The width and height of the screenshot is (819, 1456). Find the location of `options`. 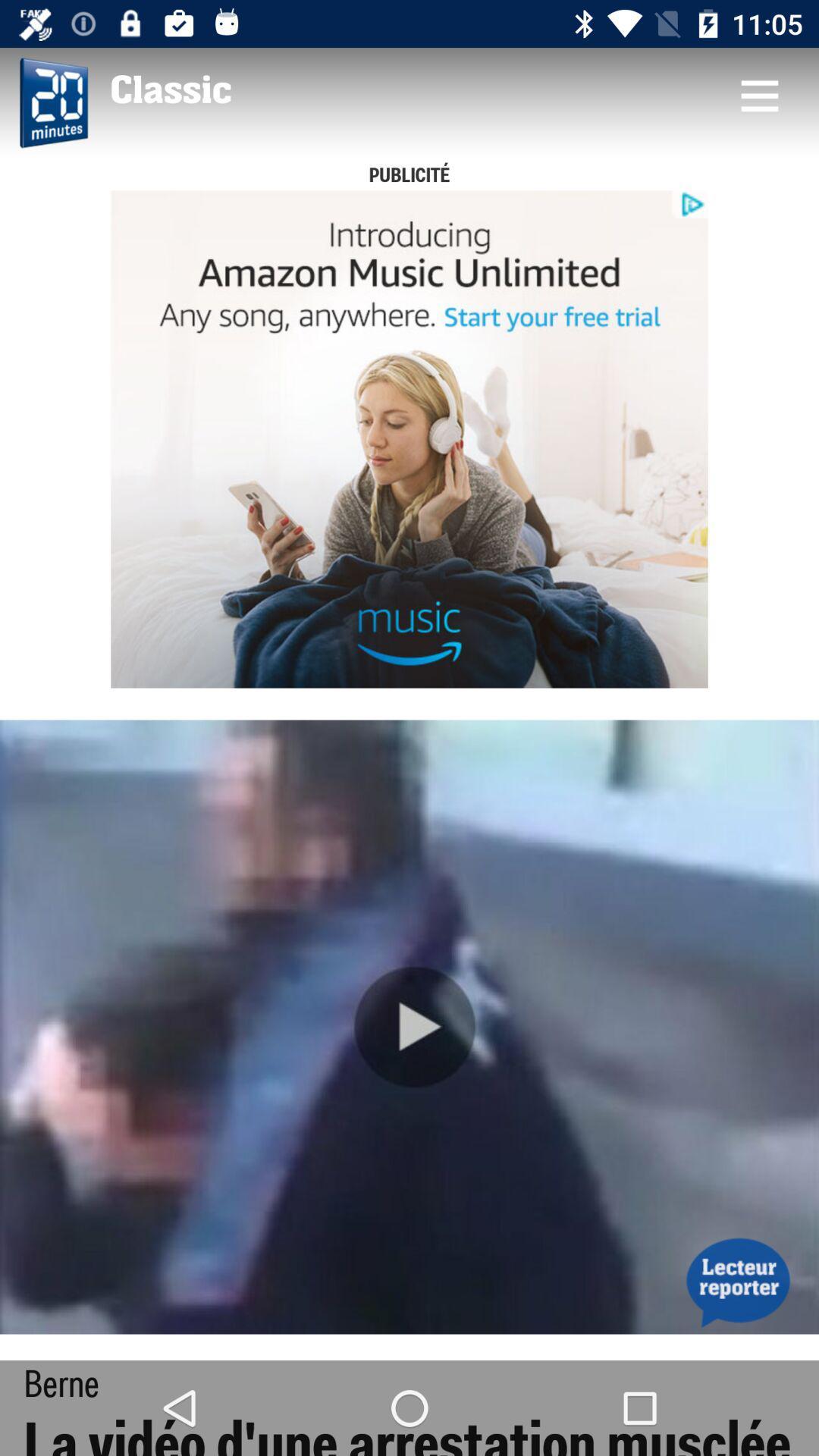

options is located at coordinates (759, 94).